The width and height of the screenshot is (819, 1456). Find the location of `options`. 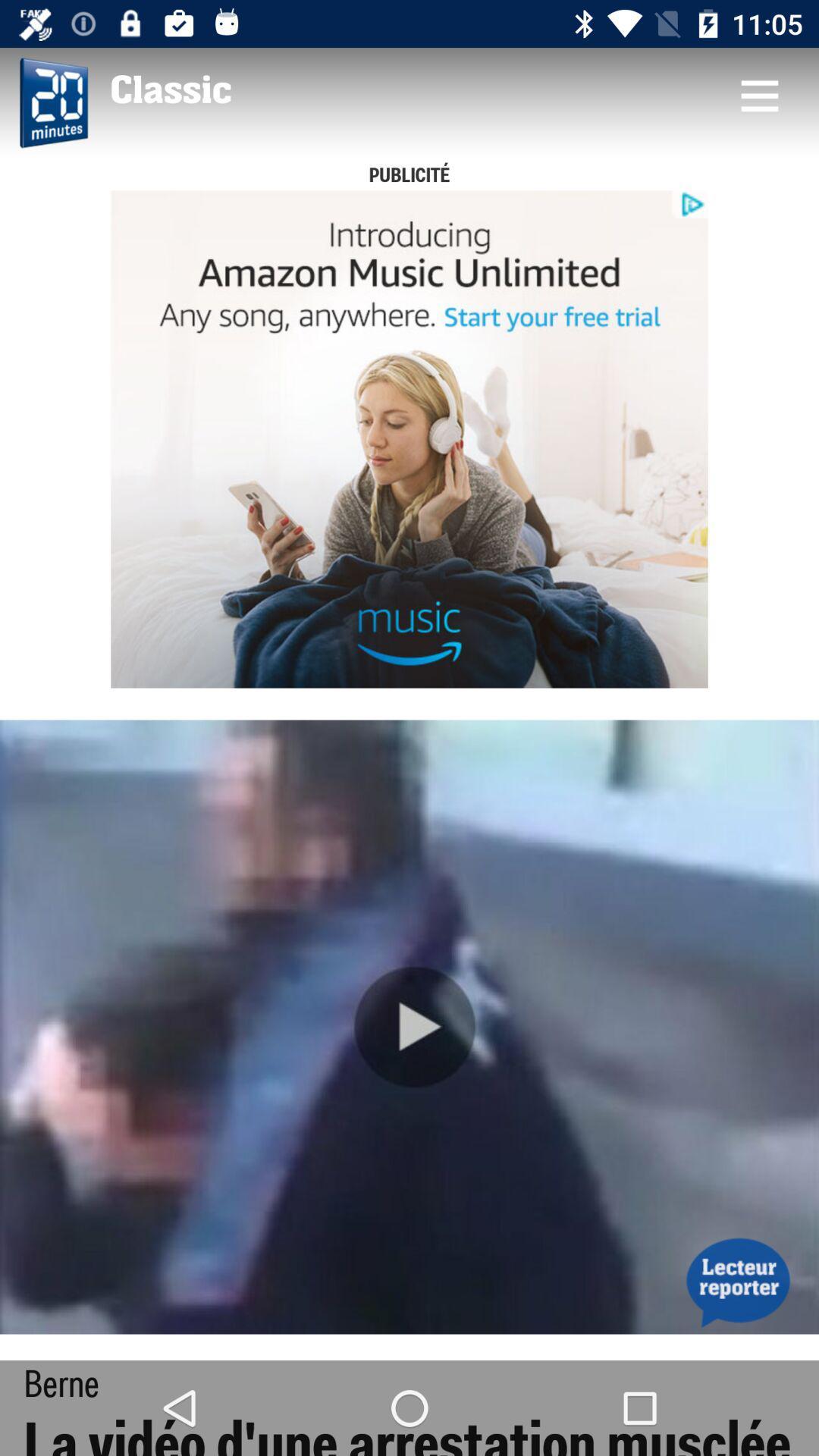

options is located at coordinates (759, 94).